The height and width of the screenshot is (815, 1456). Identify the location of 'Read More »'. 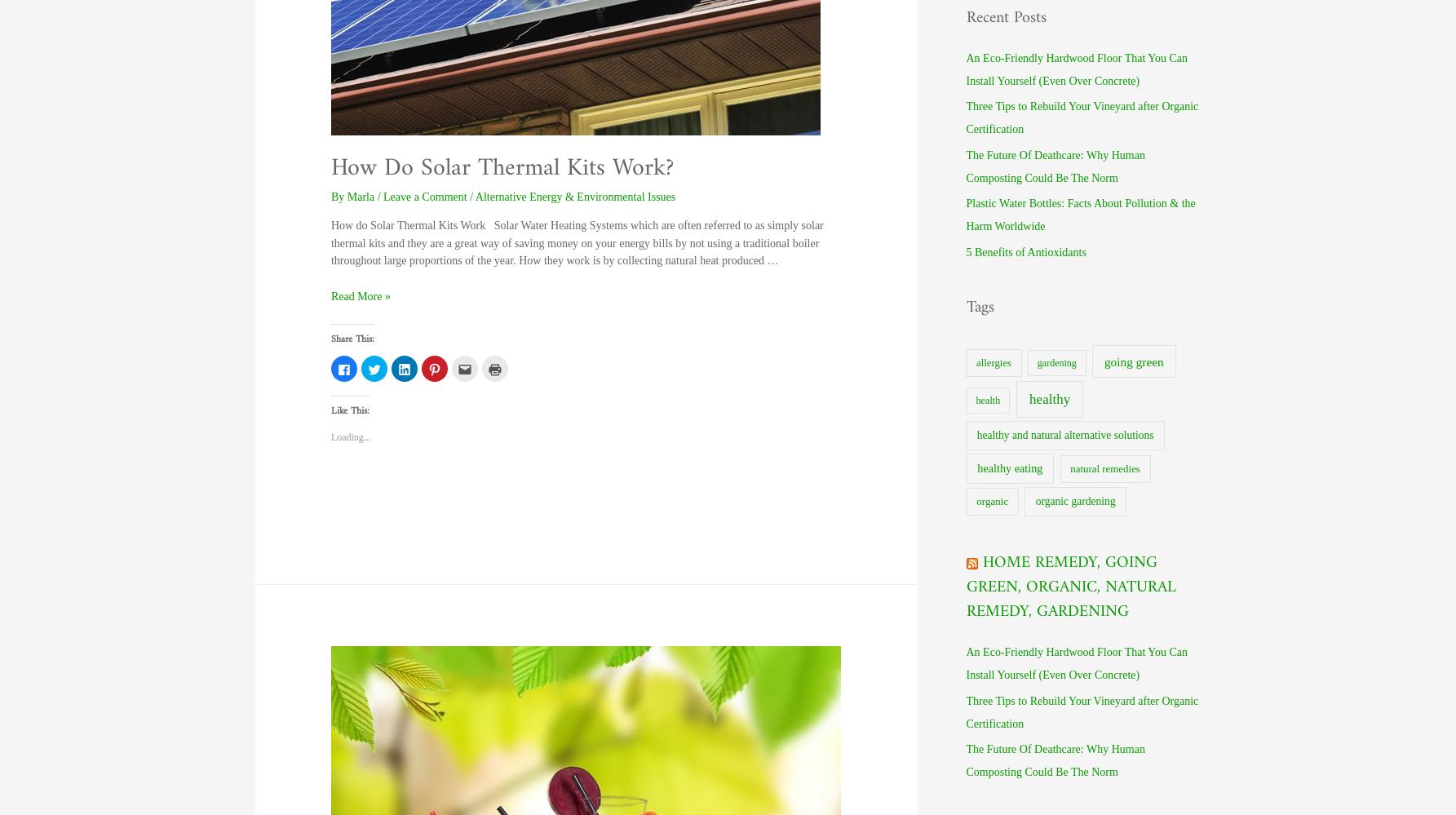
(359, 296).